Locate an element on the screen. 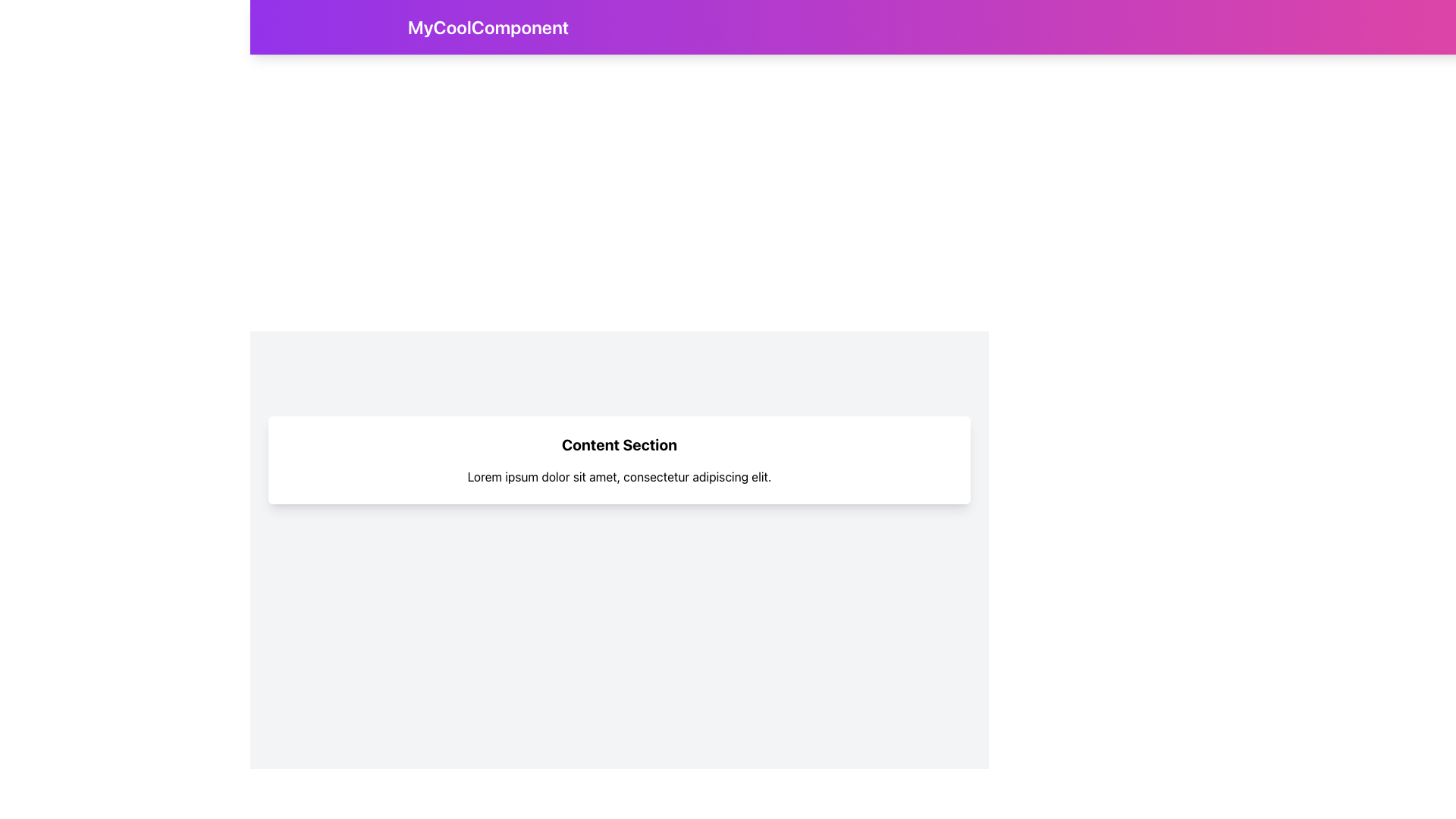  the bold text label reading 'Content Section', which is prominently displayed at the top of a section with a white background is located at coordinates (619, 444).